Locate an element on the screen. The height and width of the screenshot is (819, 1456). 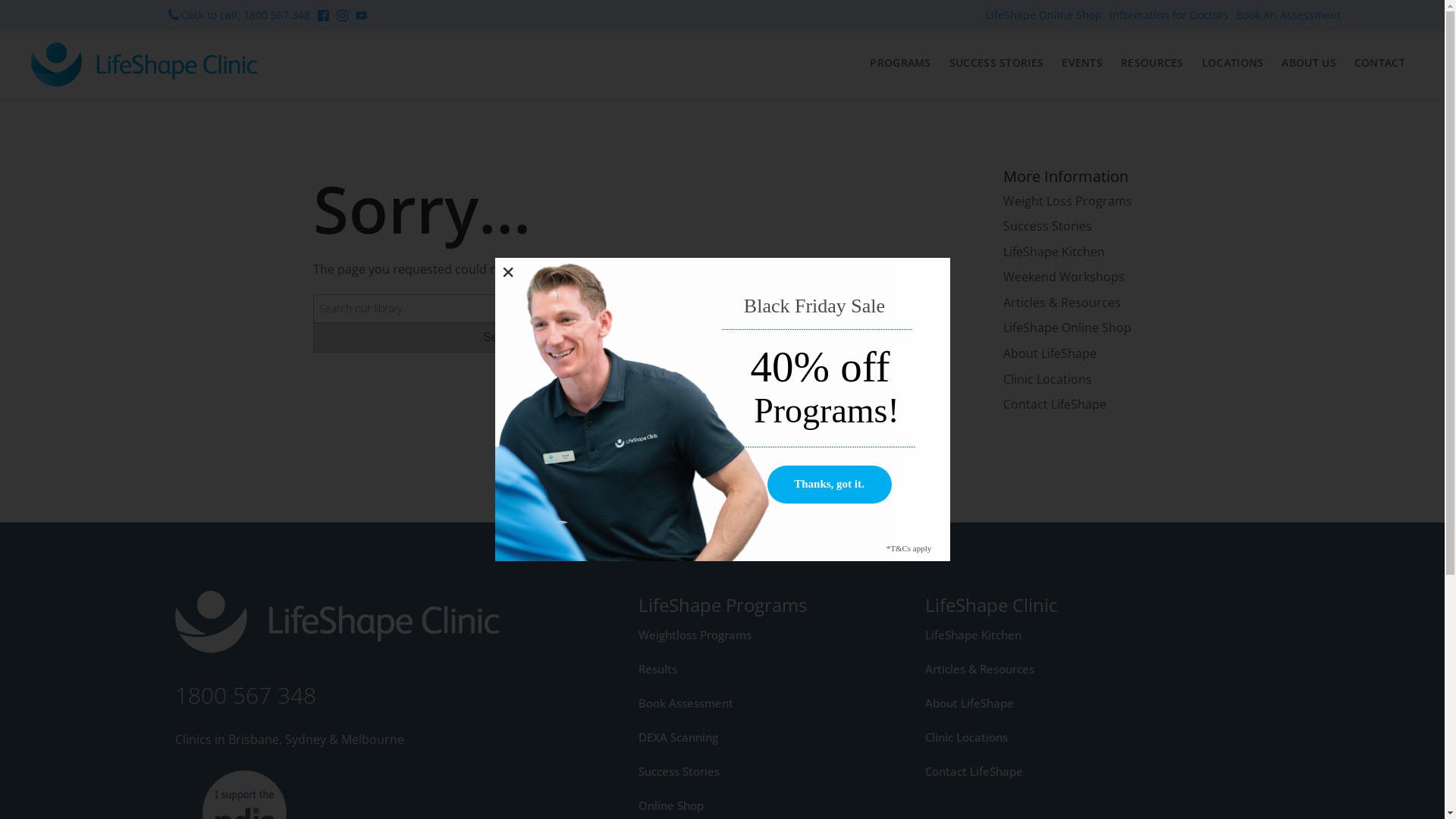
'SUCCESS STORIES' is located at coordinates (996, 62).